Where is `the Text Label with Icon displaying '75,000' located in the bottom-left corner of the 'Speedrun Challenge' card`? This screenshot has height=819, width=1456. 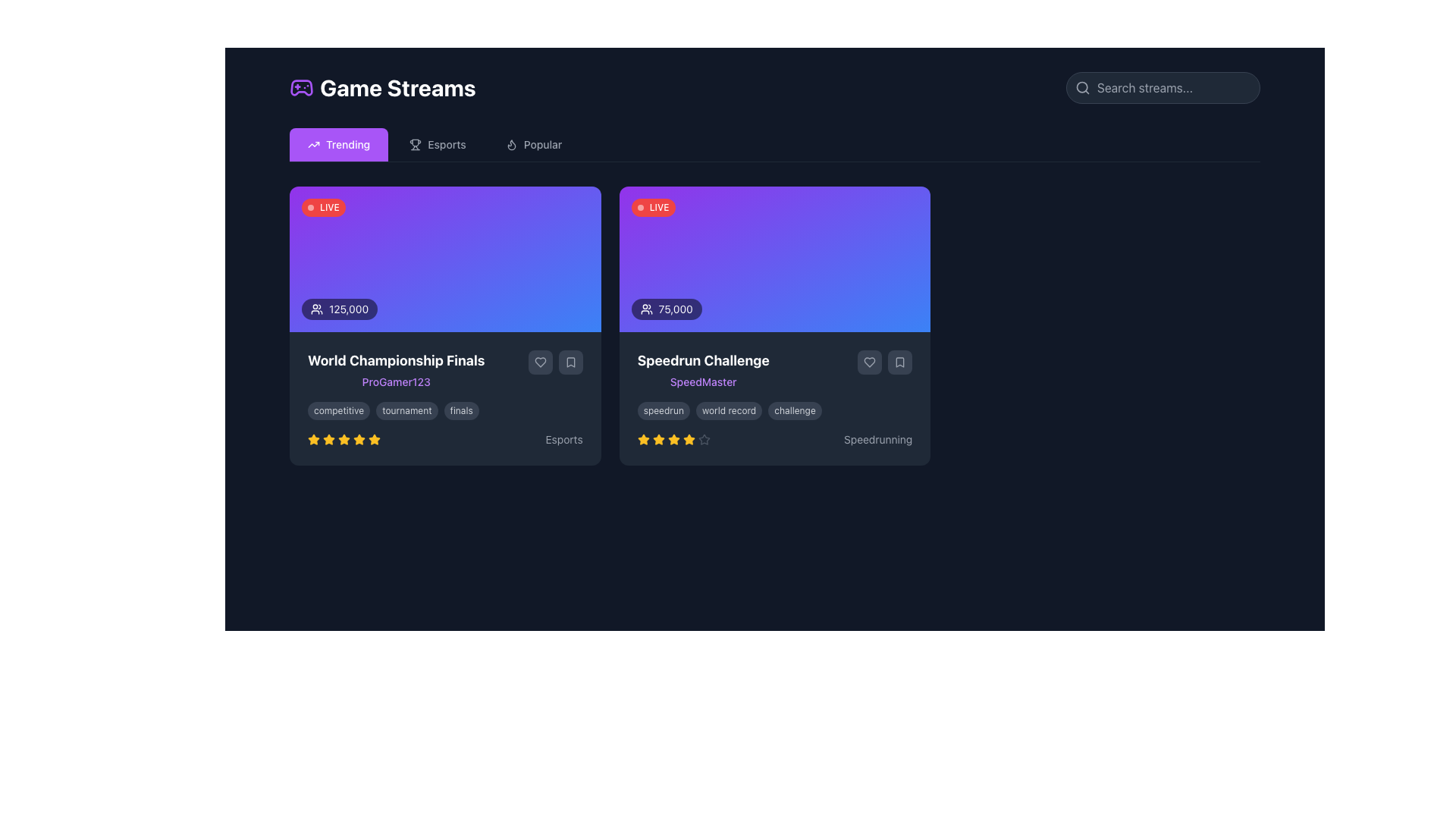
the Text Label with Icon displaying '75,000' located in the bottom-left corner of the 'Speedrun Challenge' card is located at coordinates (667, 309).